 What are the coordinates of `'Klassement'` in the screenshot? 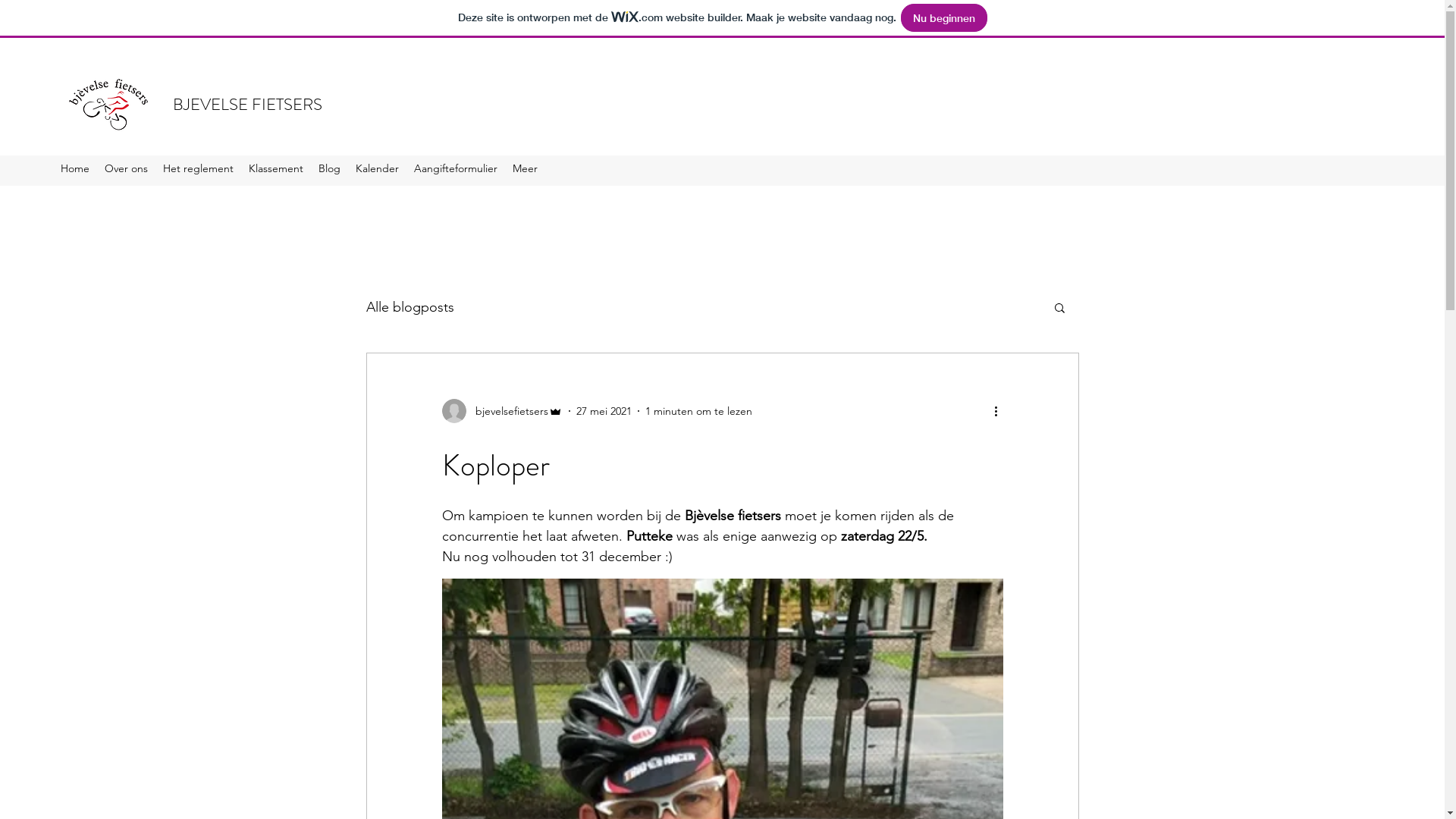 It's located at (276, 170).